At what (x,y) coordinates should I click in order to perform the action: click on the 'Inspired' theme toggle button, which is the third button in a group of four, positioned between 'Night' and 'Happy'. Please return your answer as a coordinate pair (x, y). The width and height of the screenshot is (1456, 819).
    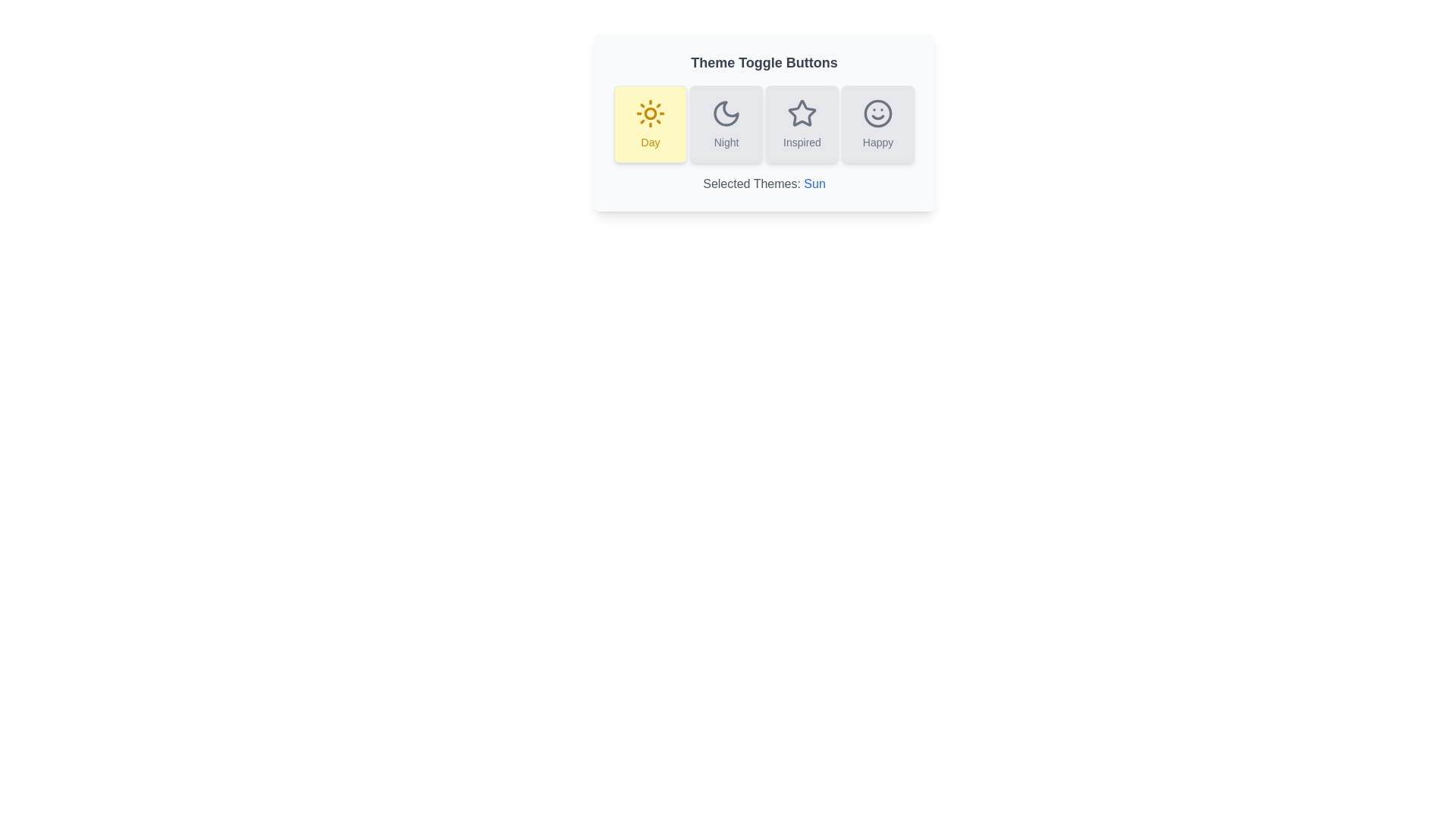
    Looking at the image, I should click on (801, 124).